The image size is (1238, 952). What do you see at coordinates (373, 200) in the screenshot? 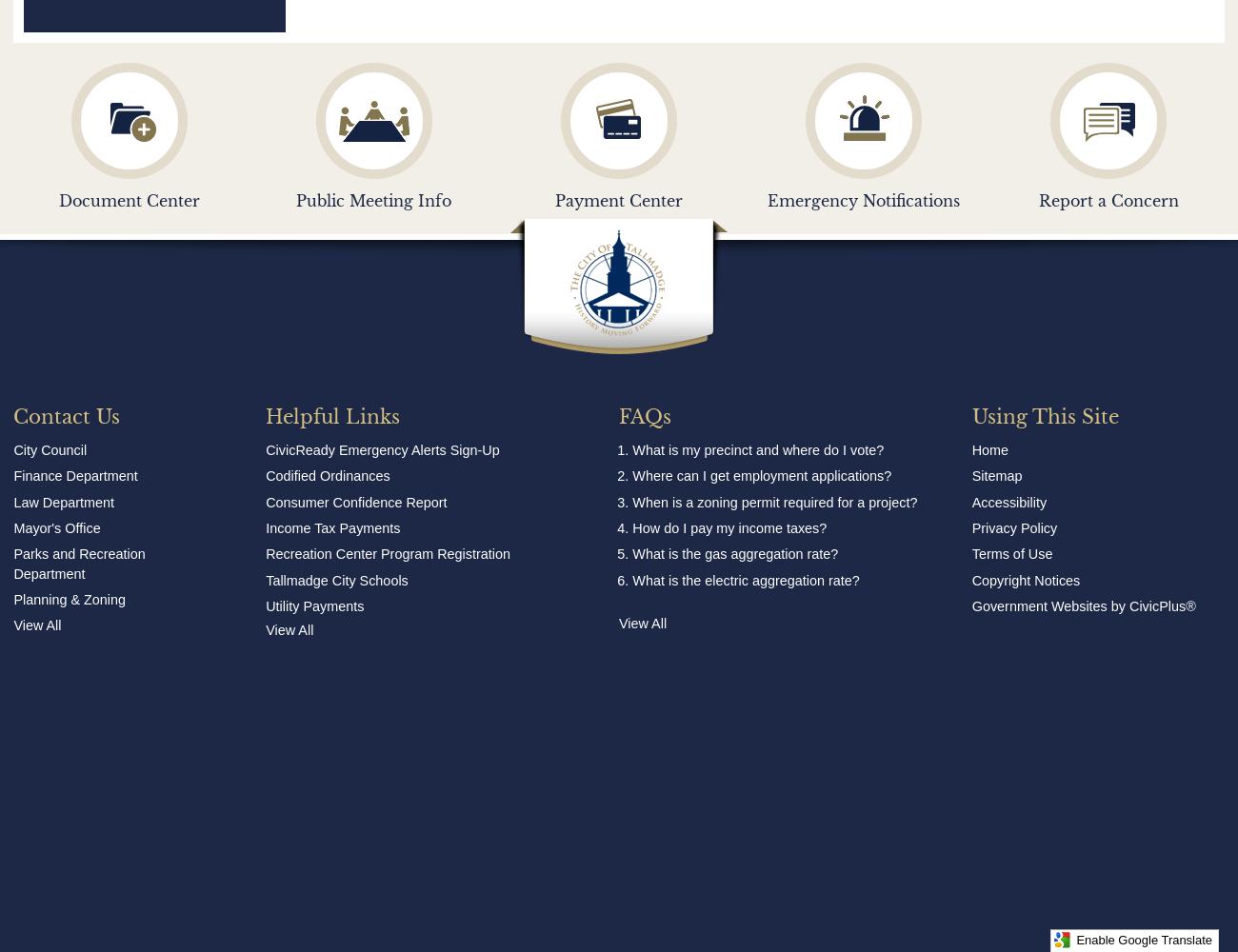
I see `'Public Meeting Info'` at bounding box center [373, 200].